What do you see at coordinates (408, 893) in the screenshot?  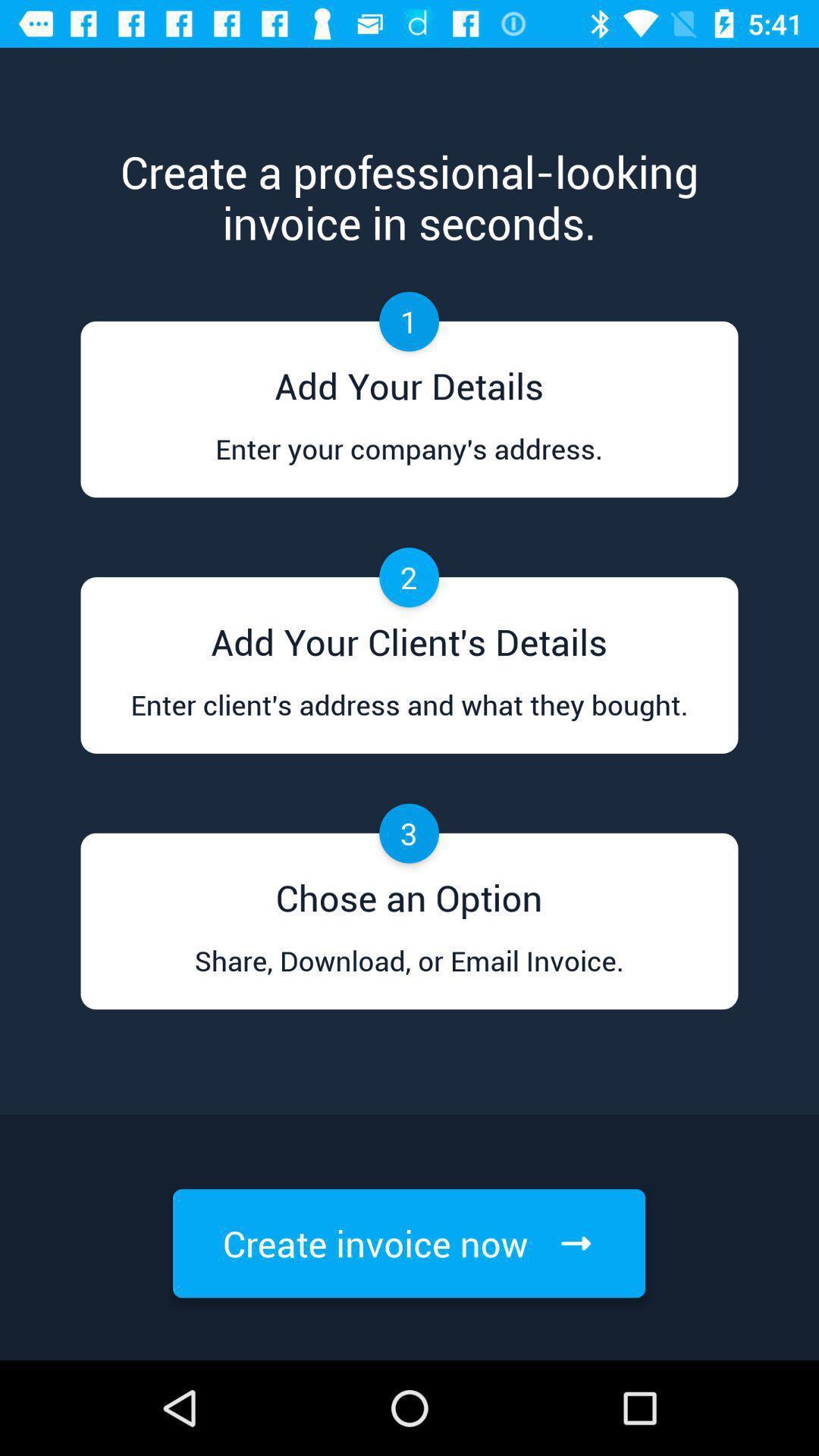 I see `item below the enter client s icon` at bounding box center [408, 893].